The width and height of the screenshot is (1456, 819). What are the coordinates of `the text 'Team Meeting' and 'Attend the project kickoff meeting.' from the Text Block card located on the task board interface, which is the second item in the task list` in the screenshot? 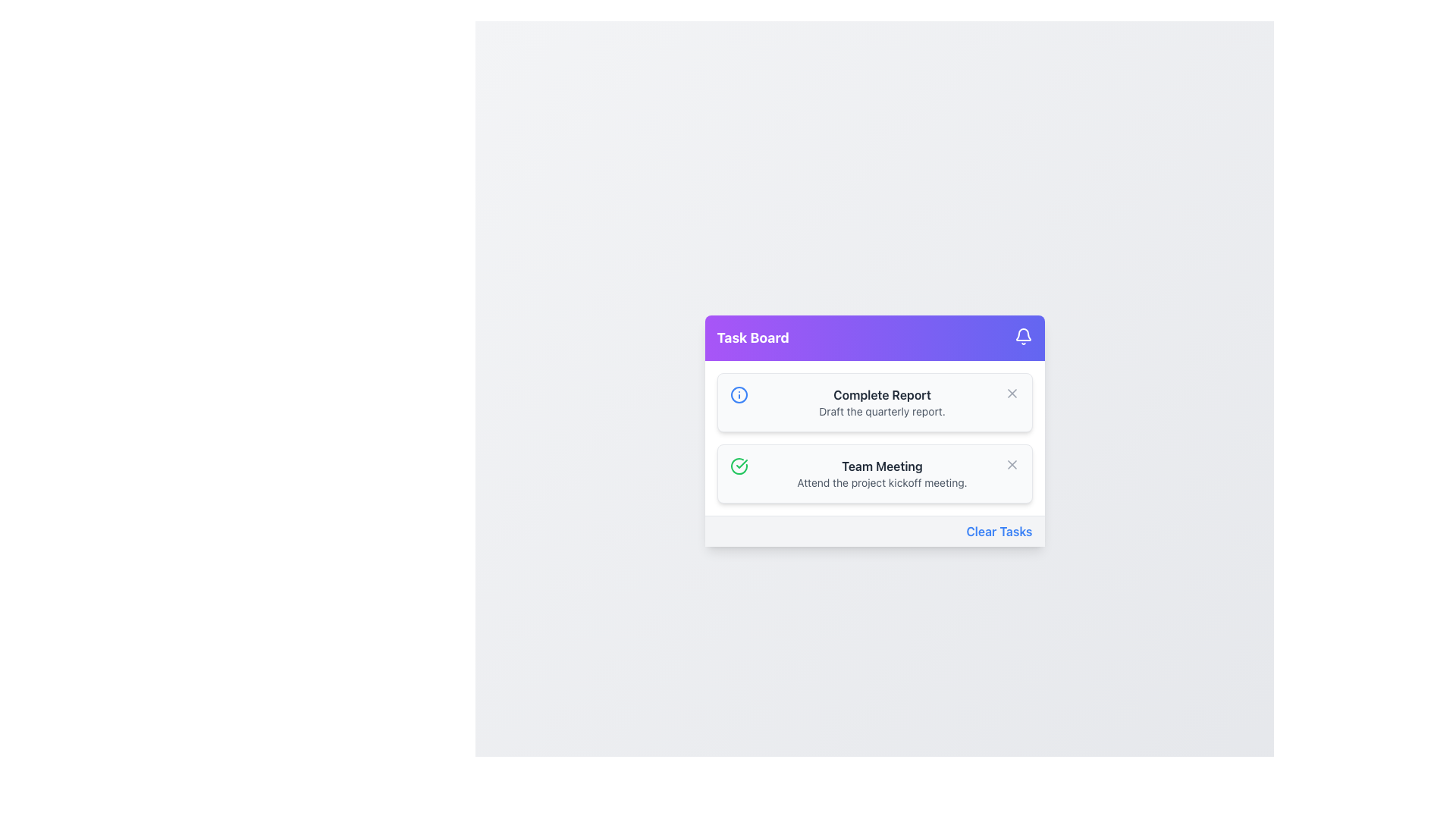 It's located at (882, 472).